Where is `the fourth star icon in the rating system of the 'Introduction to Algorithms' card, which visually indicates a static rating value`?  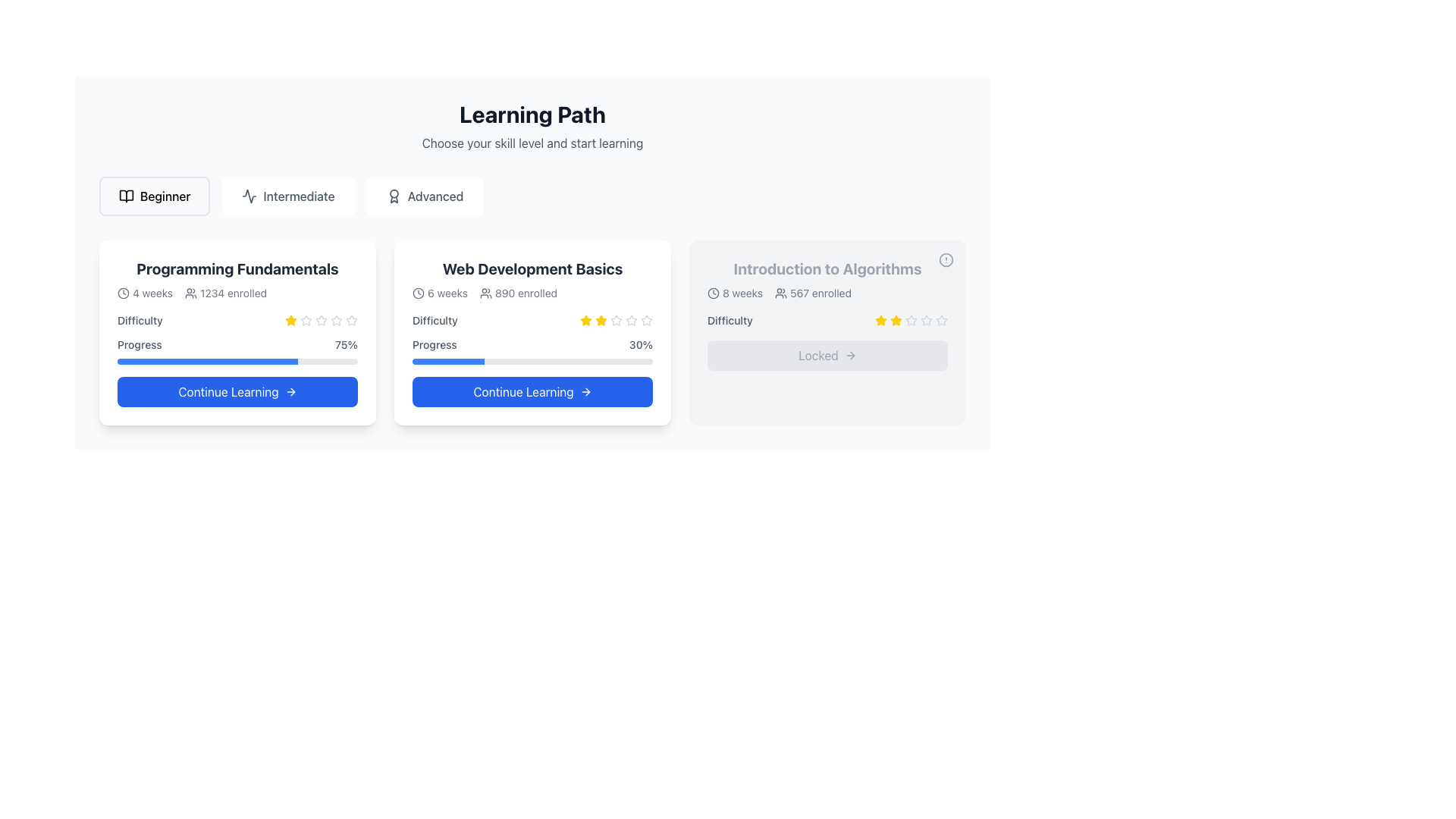
the fourth star icon in the rating system of the 'Introduction to Algorithms' card, which visually indicates a static rating value is located at coordinates (910, 319).